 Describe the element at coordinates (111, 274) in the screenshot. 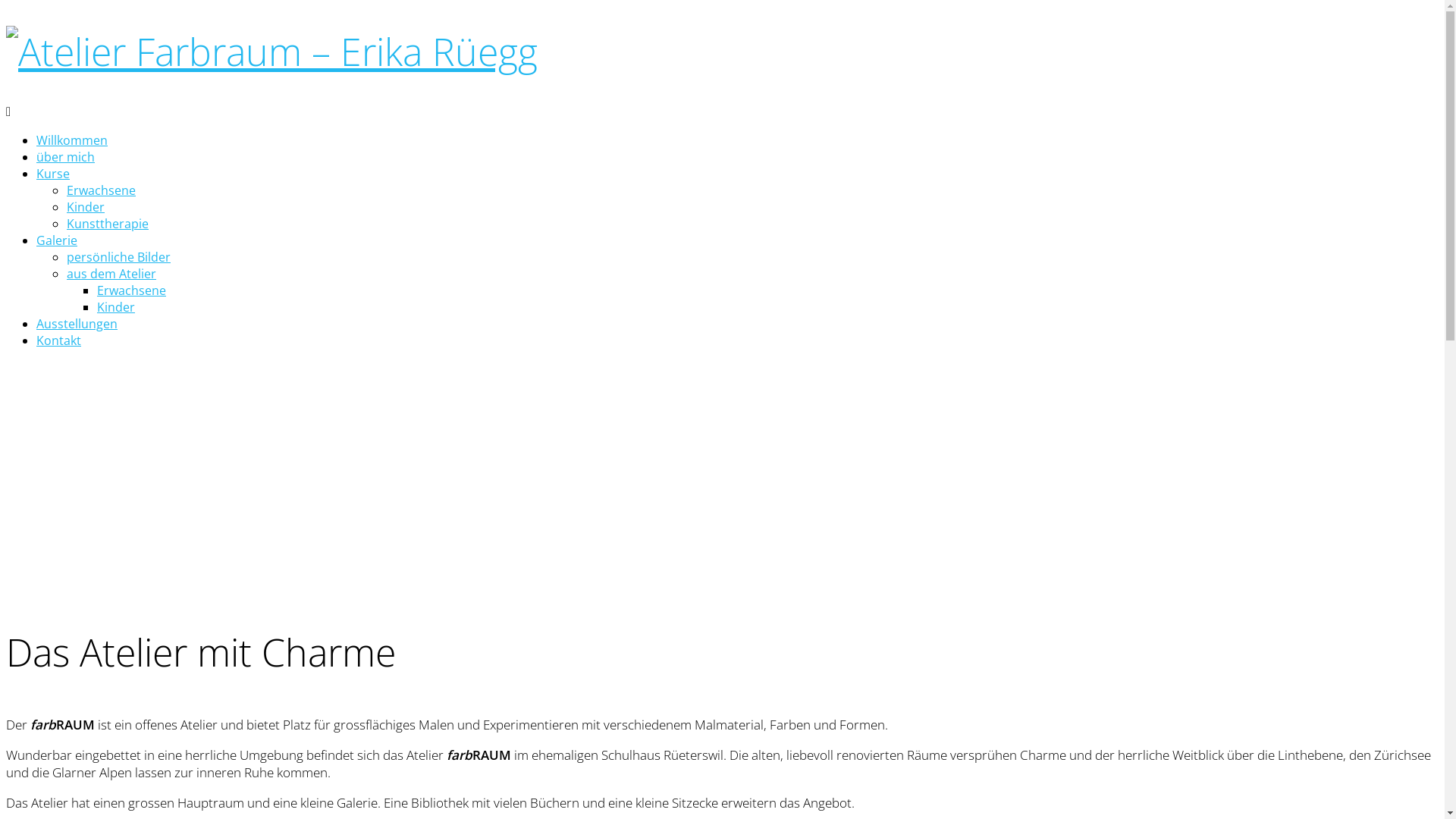

I see `'aus dem Atelier'` at that location.